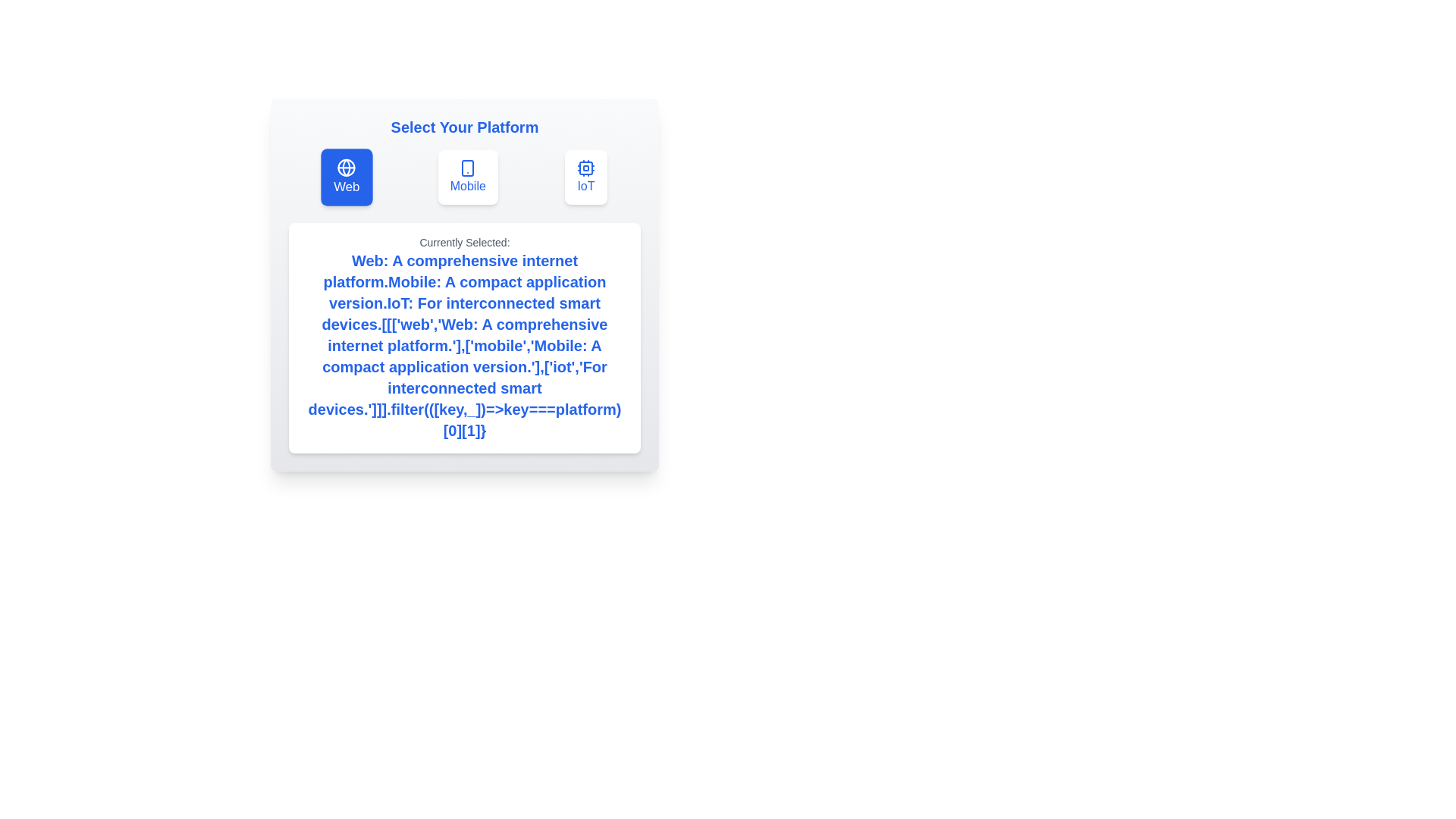  Describe the element at coordinates (345, 177) in the screenshot. I see `the button corresponding to the platform Web to select it` at that location.